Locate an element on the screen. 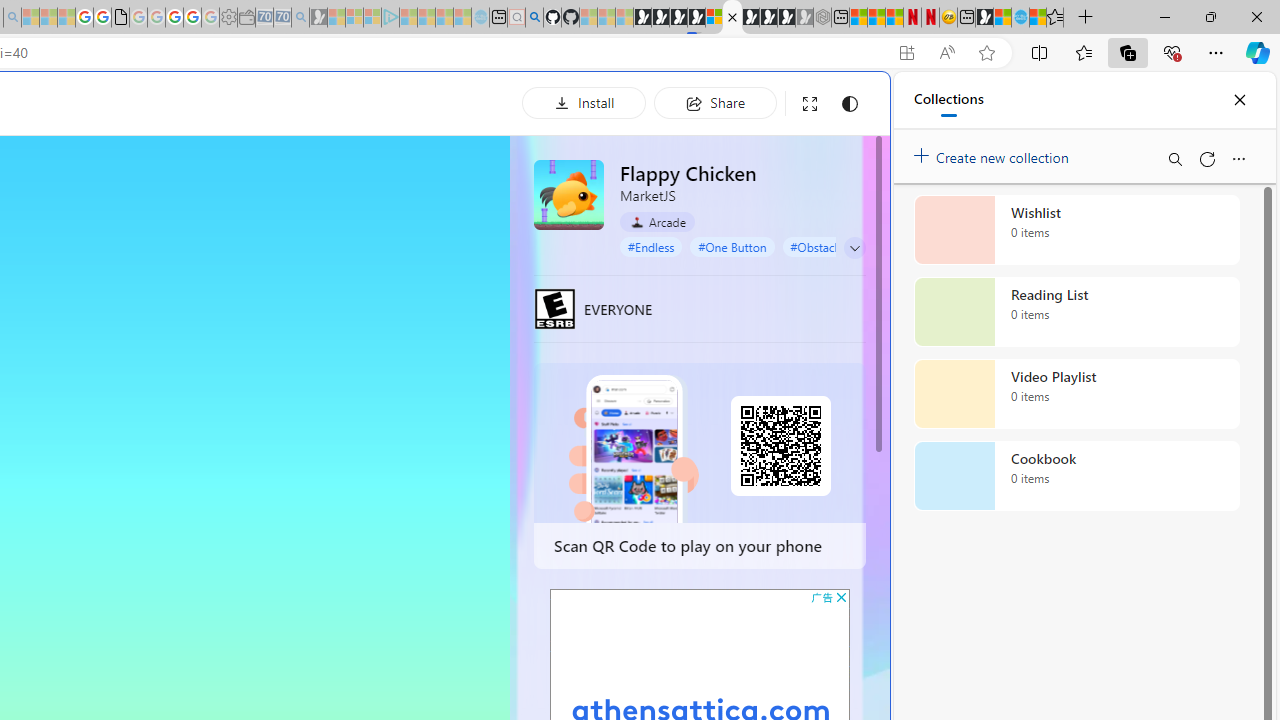 The width and height of the screenshot is (1280, 720). 'Services - Maintenance | Sky Blue Bikes - Sky Blue Bikes' is located at coordinates (1020, 17).